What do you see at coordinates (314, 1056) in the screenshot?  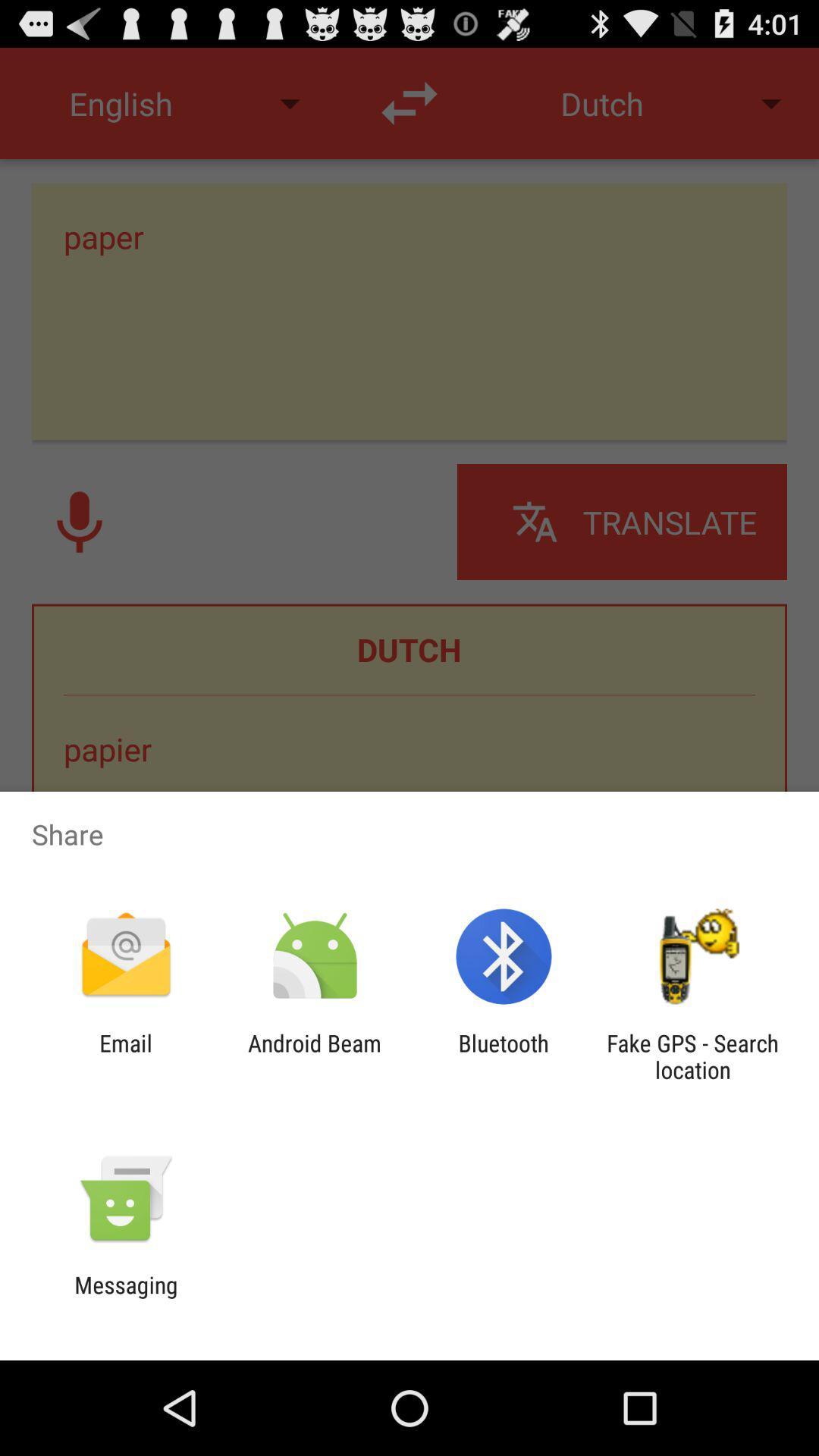 I see `android beam app` at bounding box center [314, 1056].